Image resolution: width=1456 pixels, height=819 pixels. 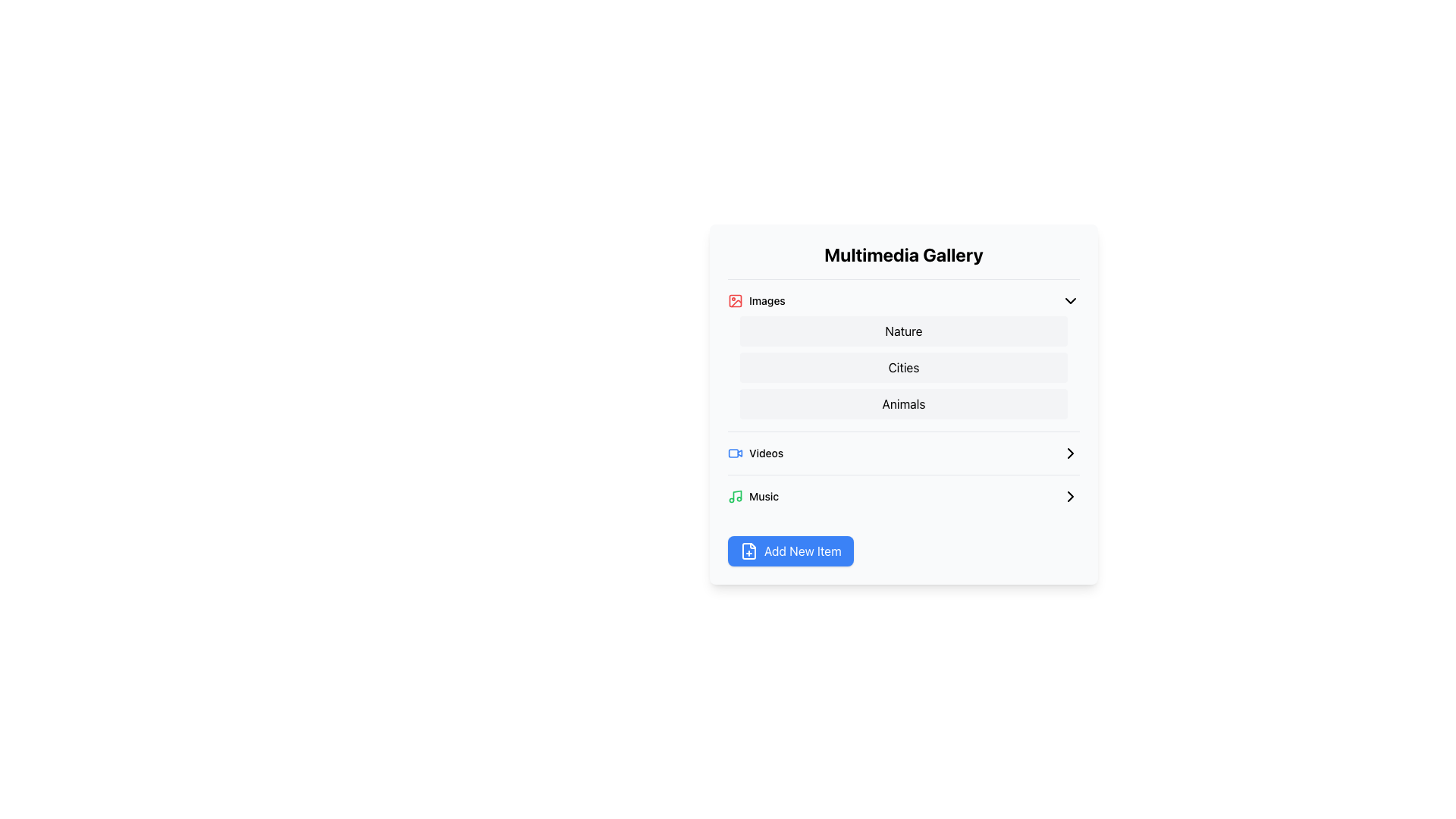 I want to click on the document-like icon with a plus sign, located to the left of the 'Add New Item' text within the blue button at the bottom of the interface in the 'Multimedia Gallery' section, so click(x=749, y=551).